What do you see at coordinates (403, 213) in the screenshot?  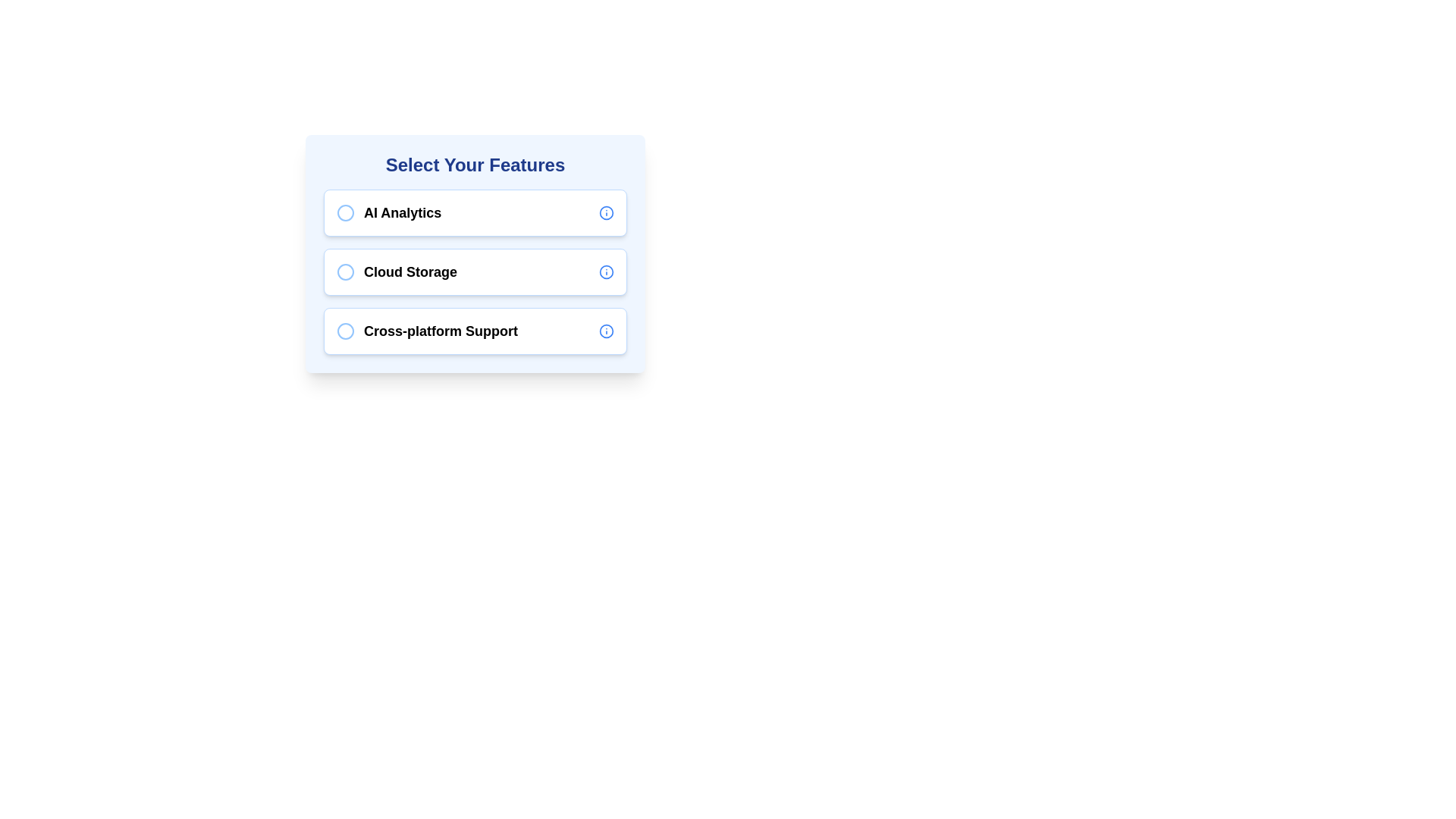 I see `the text label that identifies the feature related to 'AI Analytics', which is positioned to the right of a circular radio button and is the first option in the list under 'Select Your Features.'` at bounding box center [403, 213].